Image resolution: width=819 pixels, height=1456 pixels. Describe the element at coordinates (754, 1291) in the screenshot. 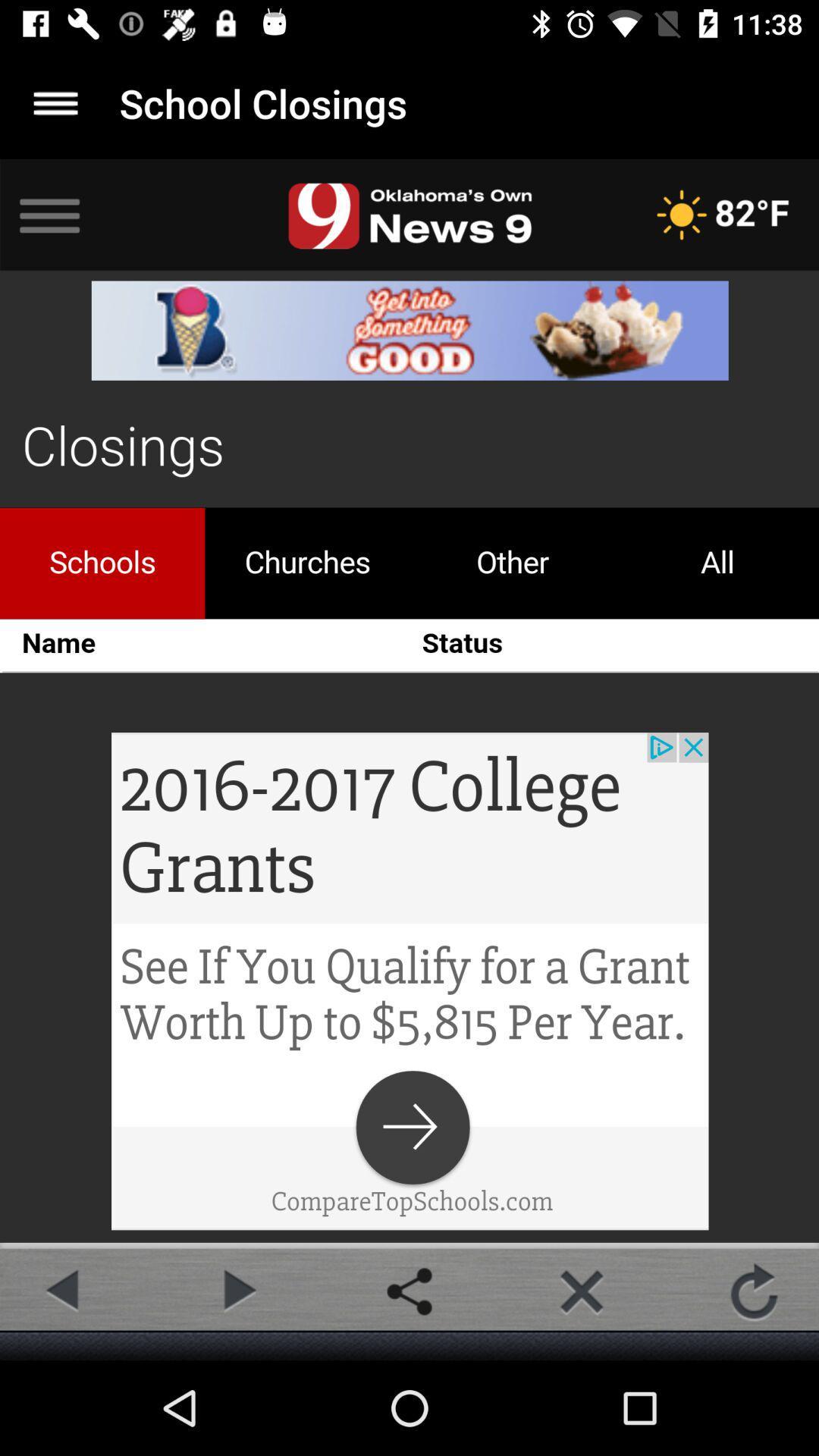

I see `the refresh icon` at that location.